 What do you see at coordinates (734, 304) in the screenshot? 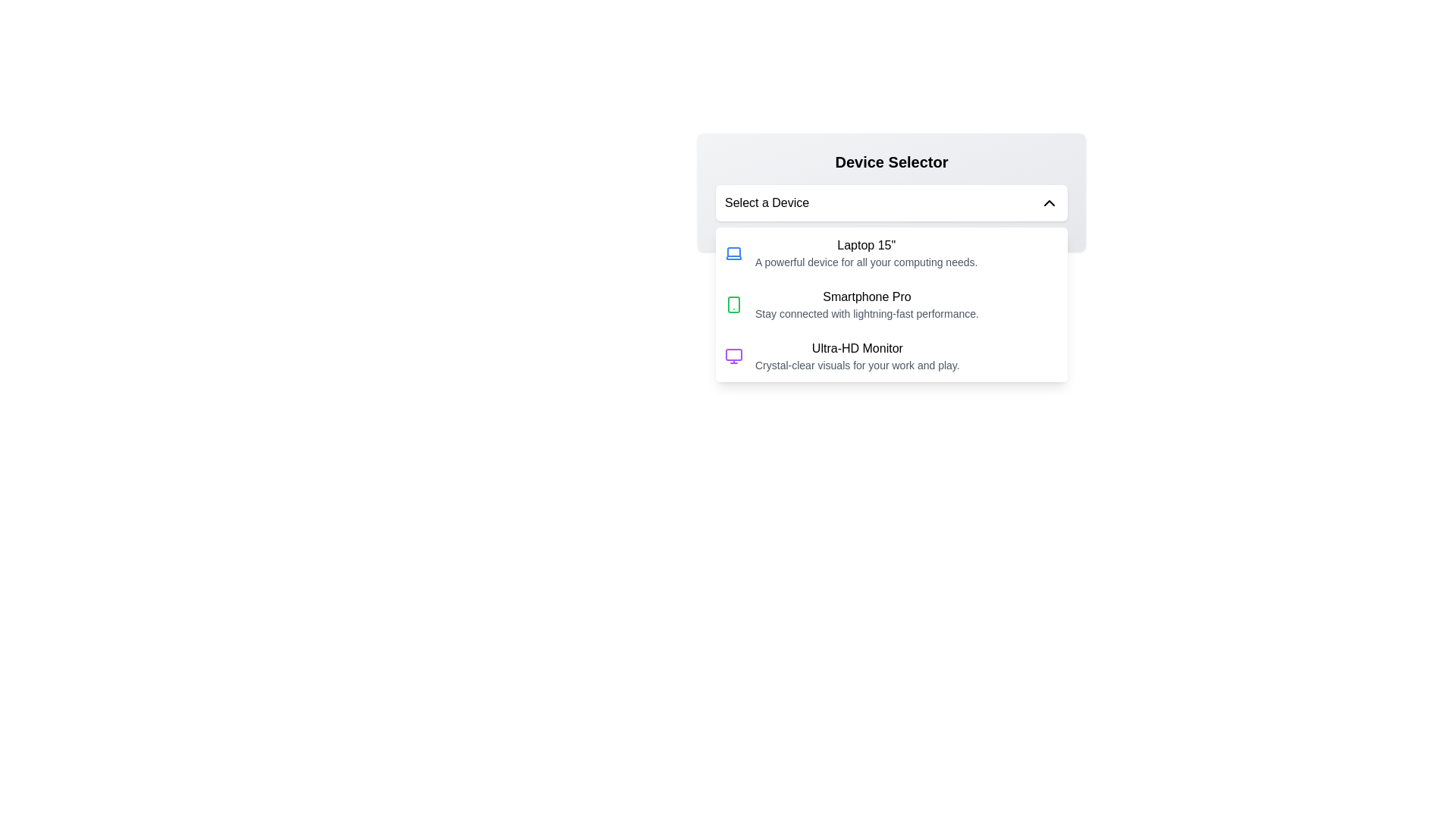
I see `the smartphone icon located to the left of the text 'Smartphone Pro Stay connected with lightning-fast performance.' in the 'Device Selector' dropdown` at bounding box center [734, 304].